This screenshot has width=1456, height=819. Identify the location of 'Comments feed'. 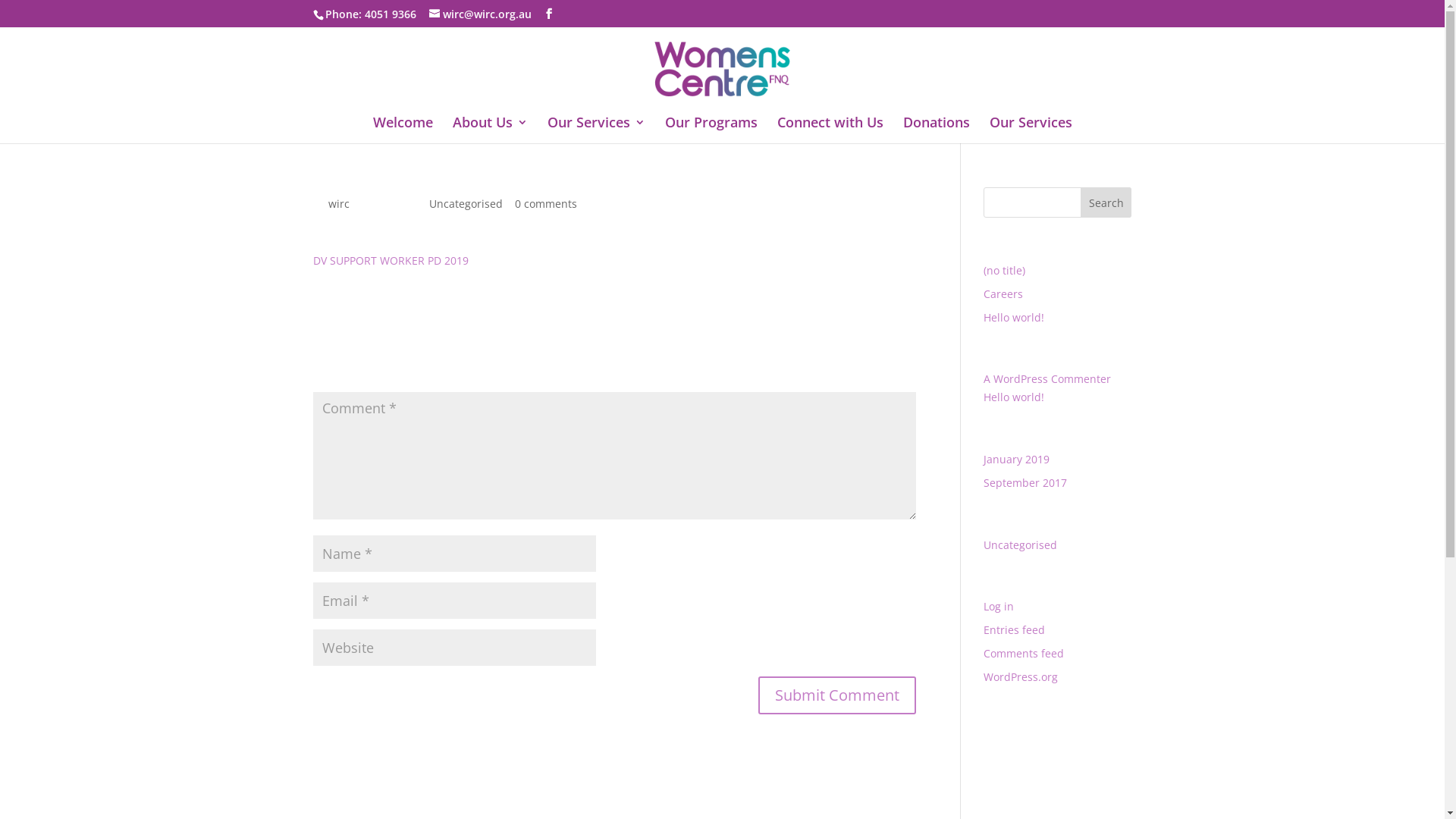
(1023, 652).